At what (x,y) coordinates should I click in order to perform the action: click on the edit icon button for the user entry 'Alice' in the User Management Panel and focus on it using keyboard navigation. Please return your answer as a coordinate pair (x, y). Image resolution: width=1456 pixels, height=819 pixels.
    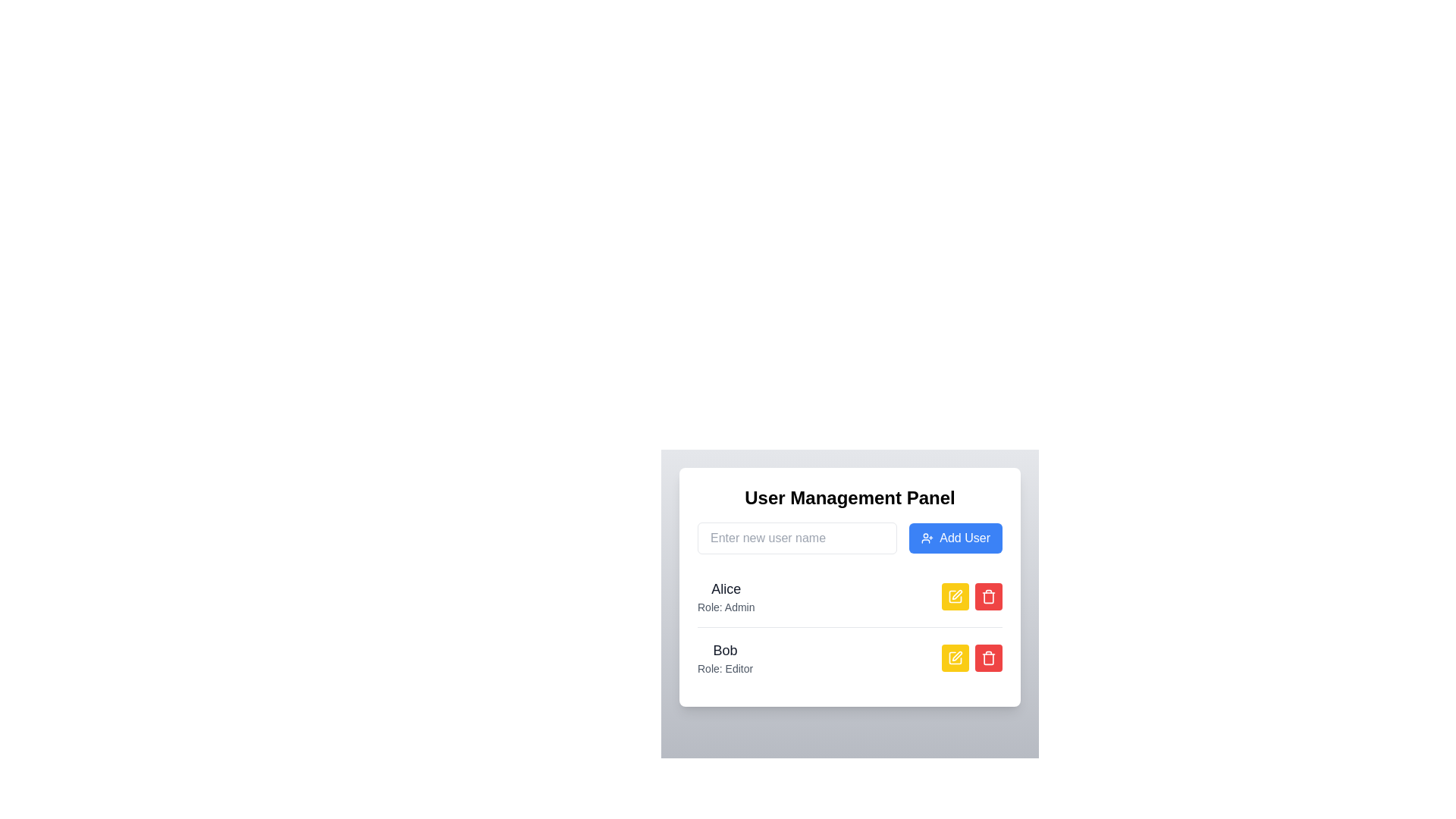
    Looking at the image, I should click on (954, 595).